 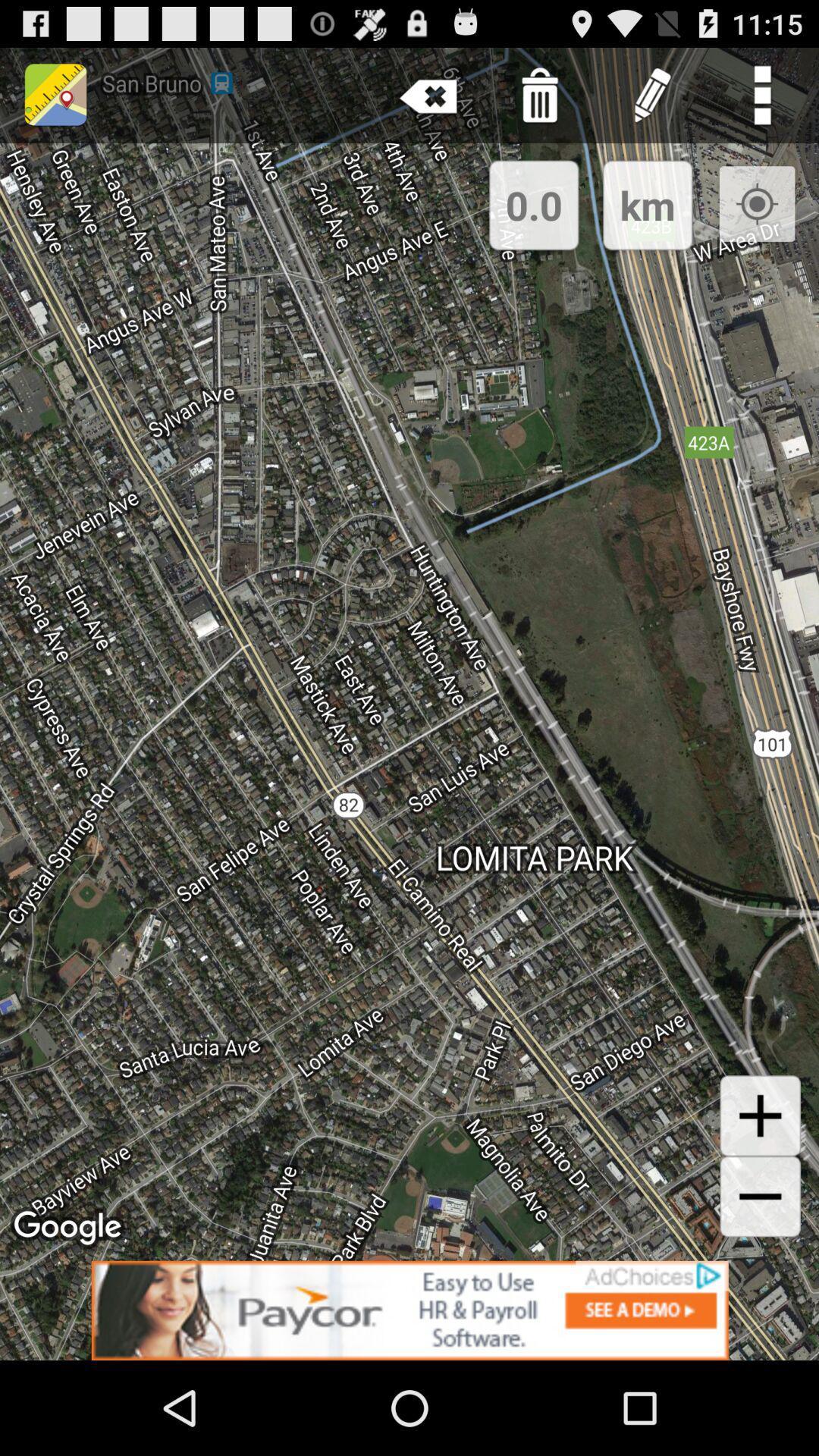 What do you see at coordinates (760, 1196) in the screenshot?
I see `zoom out` at bounding box center [760, 1196].